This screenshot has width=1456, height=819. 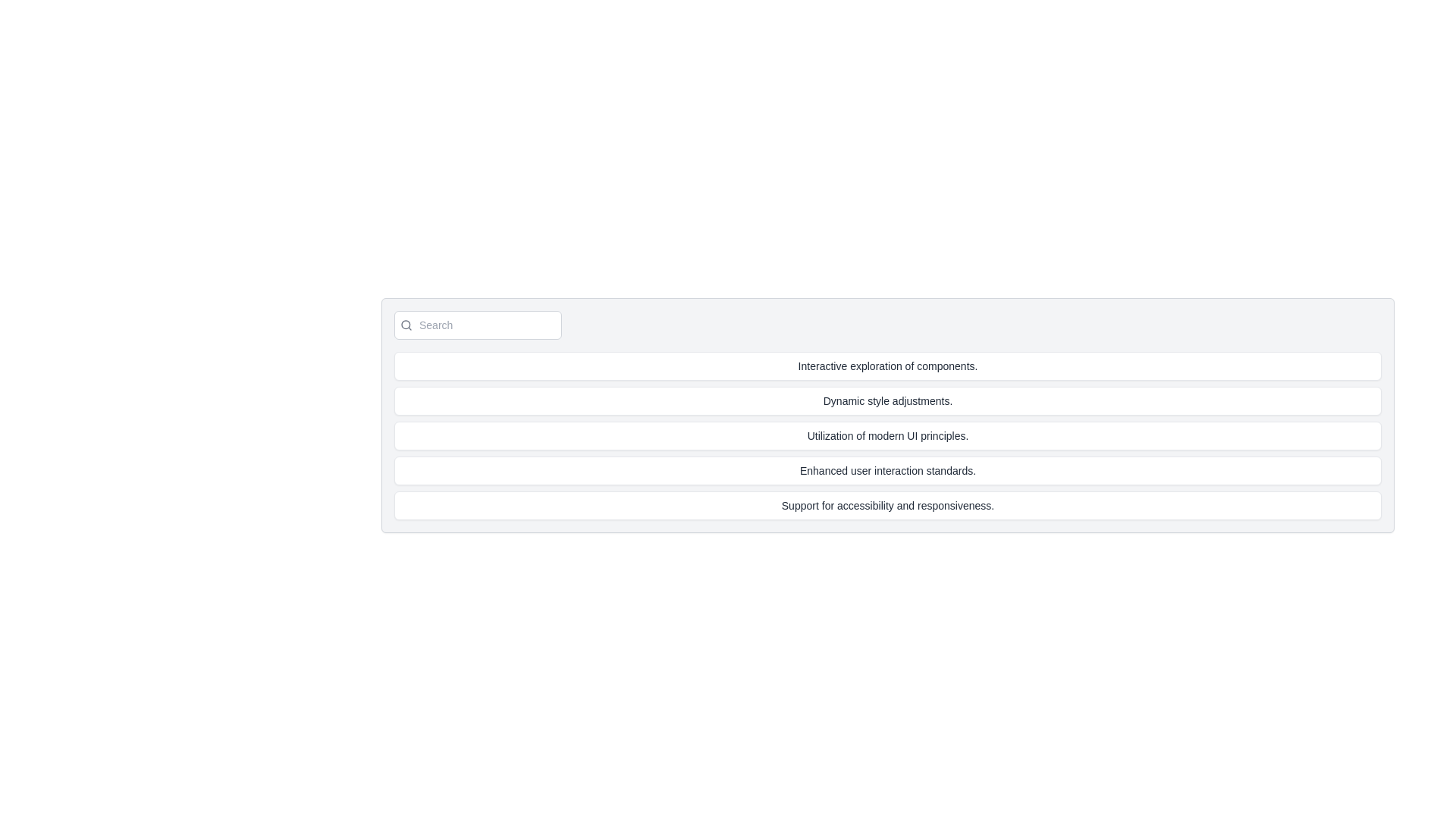 I want to click on the letter 'n' from the word 'accessibility' in the text 'Support for accessibility and responsiveness.' which is the fifth item in the vertically-aligned list, so click(x=905, y=506).